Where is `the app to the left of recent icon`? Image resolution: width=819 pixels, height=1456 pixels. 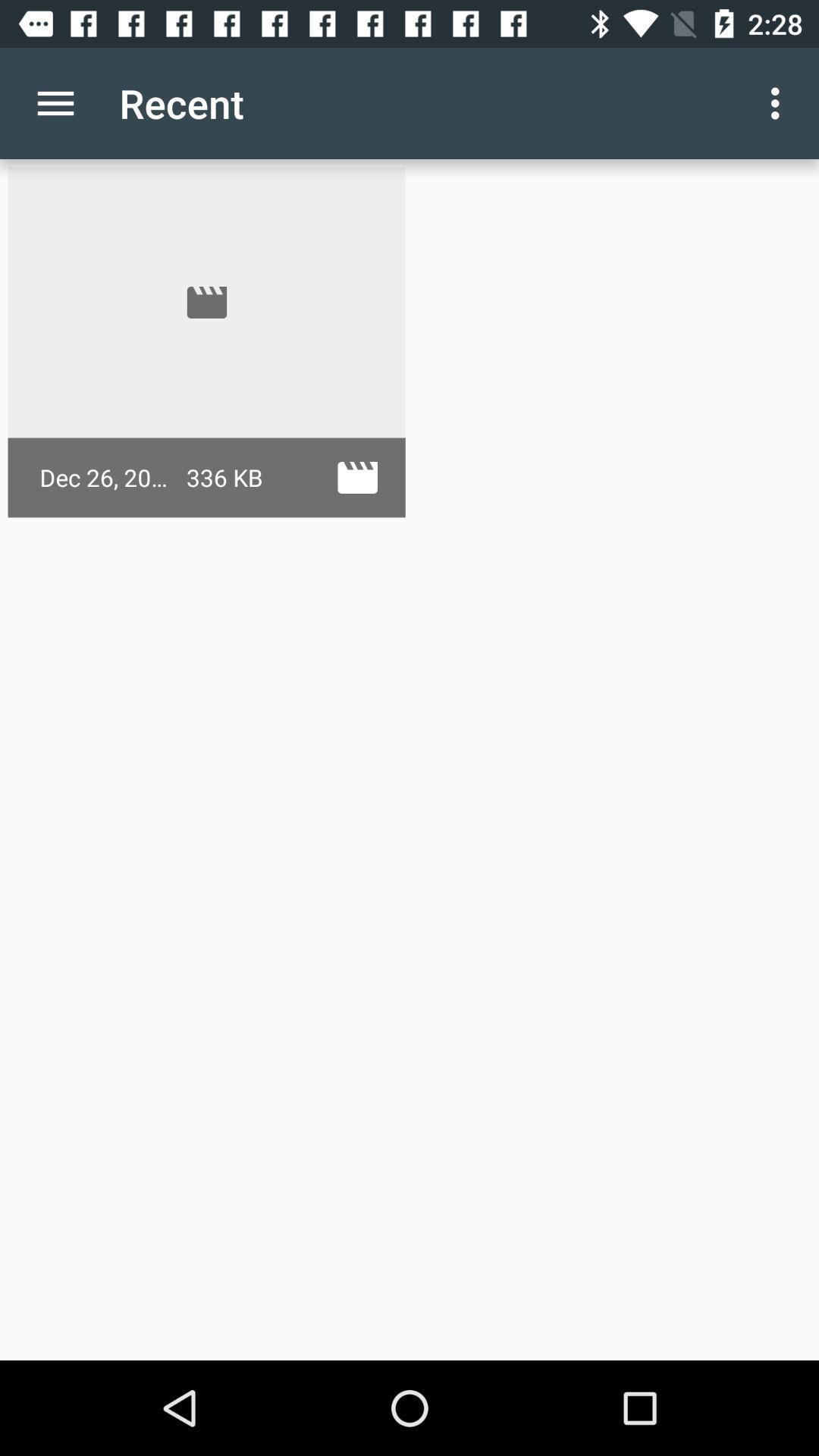
the app to the left of recent icon is located at coordinates (55, 102).